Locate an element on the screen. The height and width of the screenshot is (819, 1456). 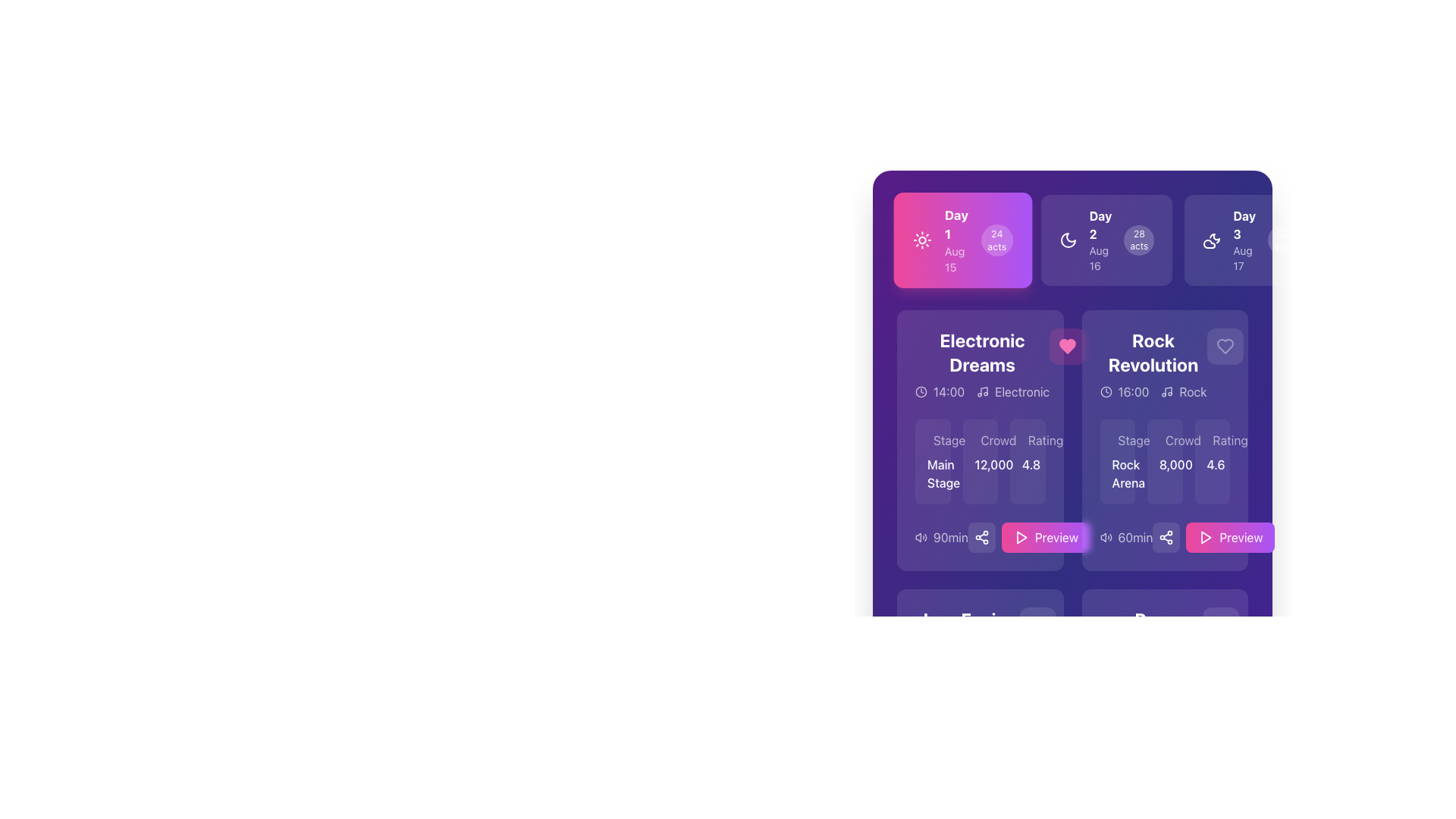
the scheduling icon located to the left of the text '16:00' in the top section of the 'Rock Revolution' card is located at coordinates (1106, 391).